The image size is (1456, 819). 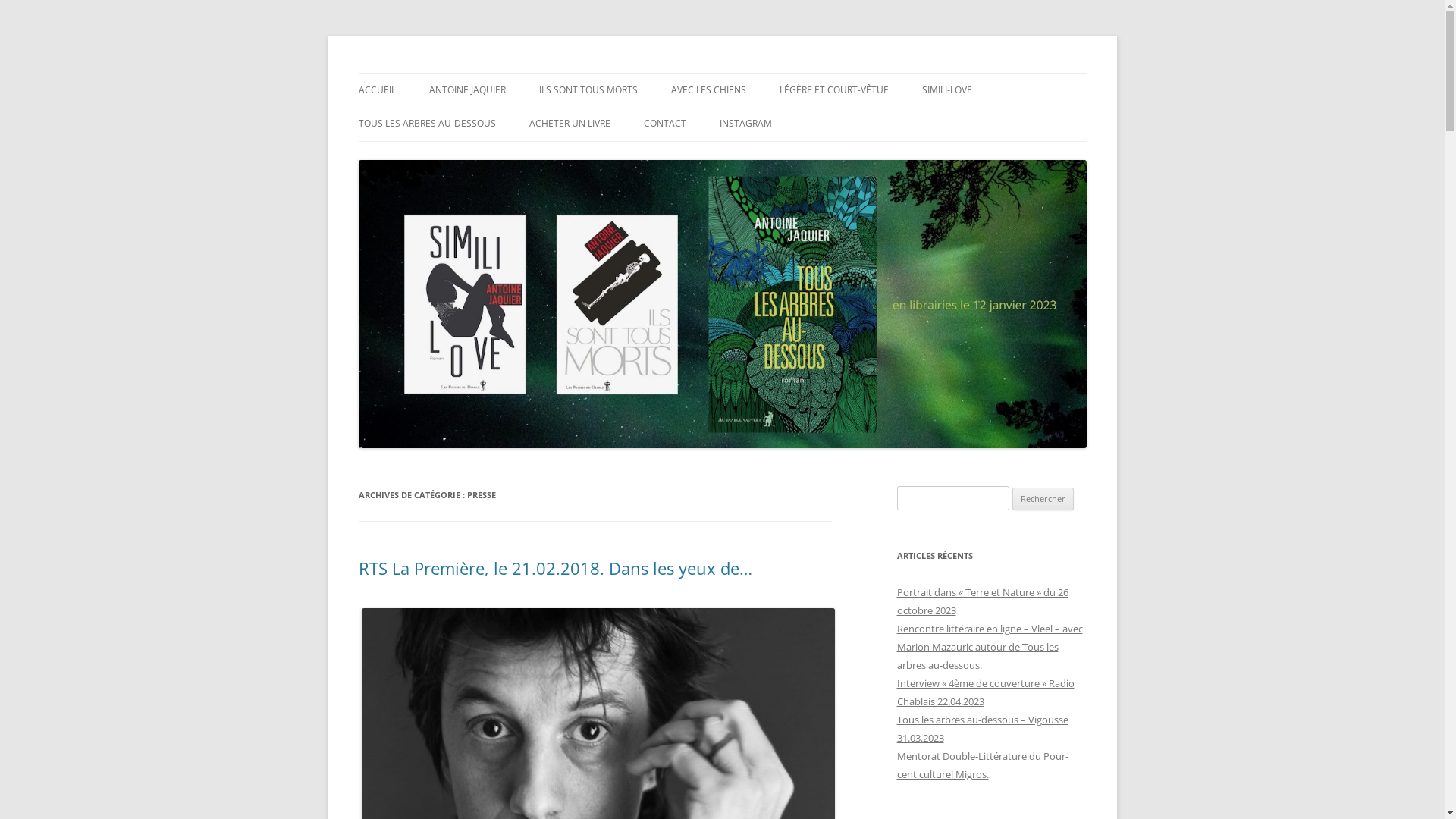 What do you see at coordinates (707, 90) in the screenshot?
I see `'AVEC LES CHIENS'` at bounding box center [707, 90].